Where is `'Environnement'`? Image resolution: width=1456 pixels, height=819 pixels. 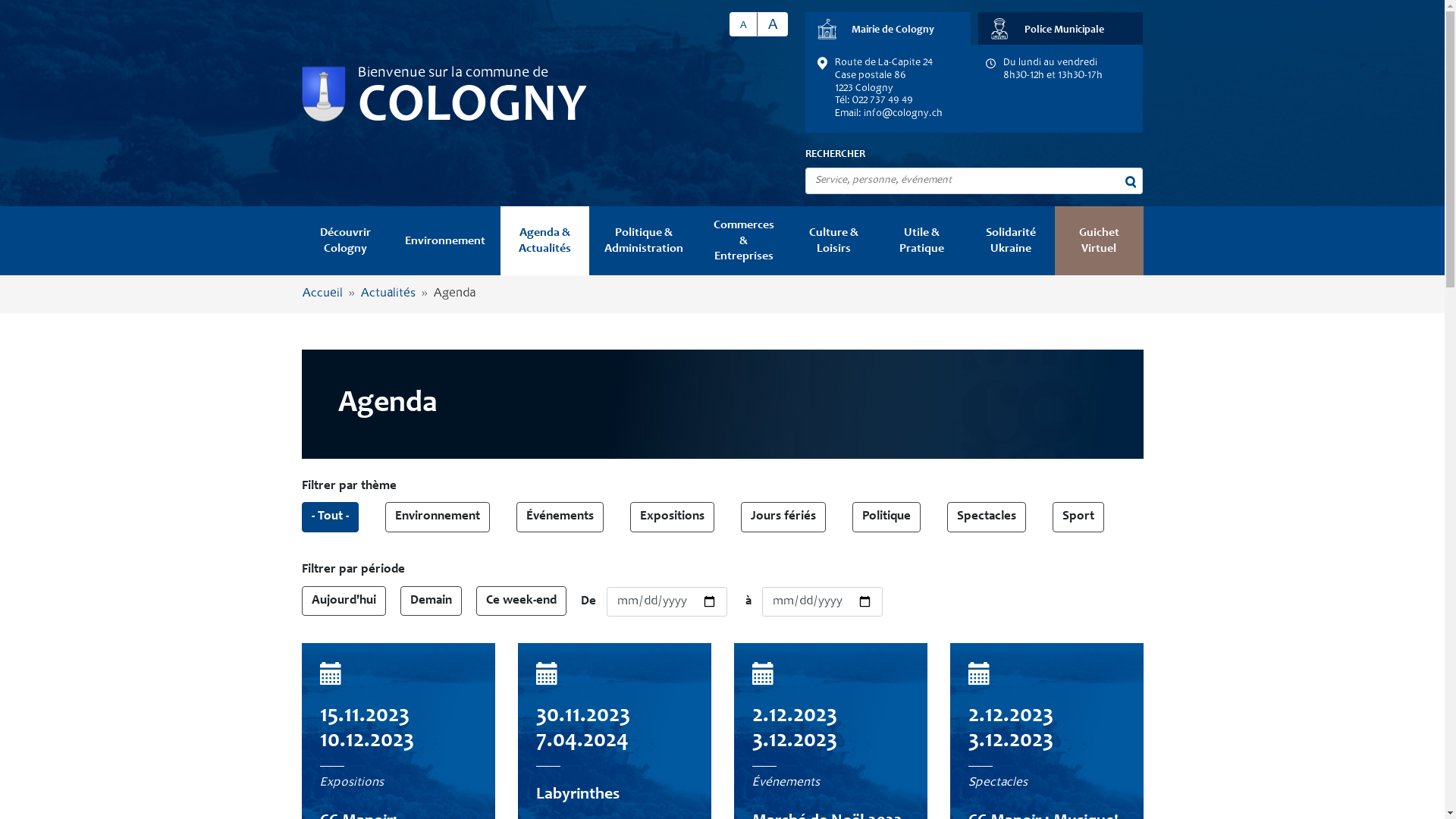 'Environnement' is located at coordinates (389, 240).